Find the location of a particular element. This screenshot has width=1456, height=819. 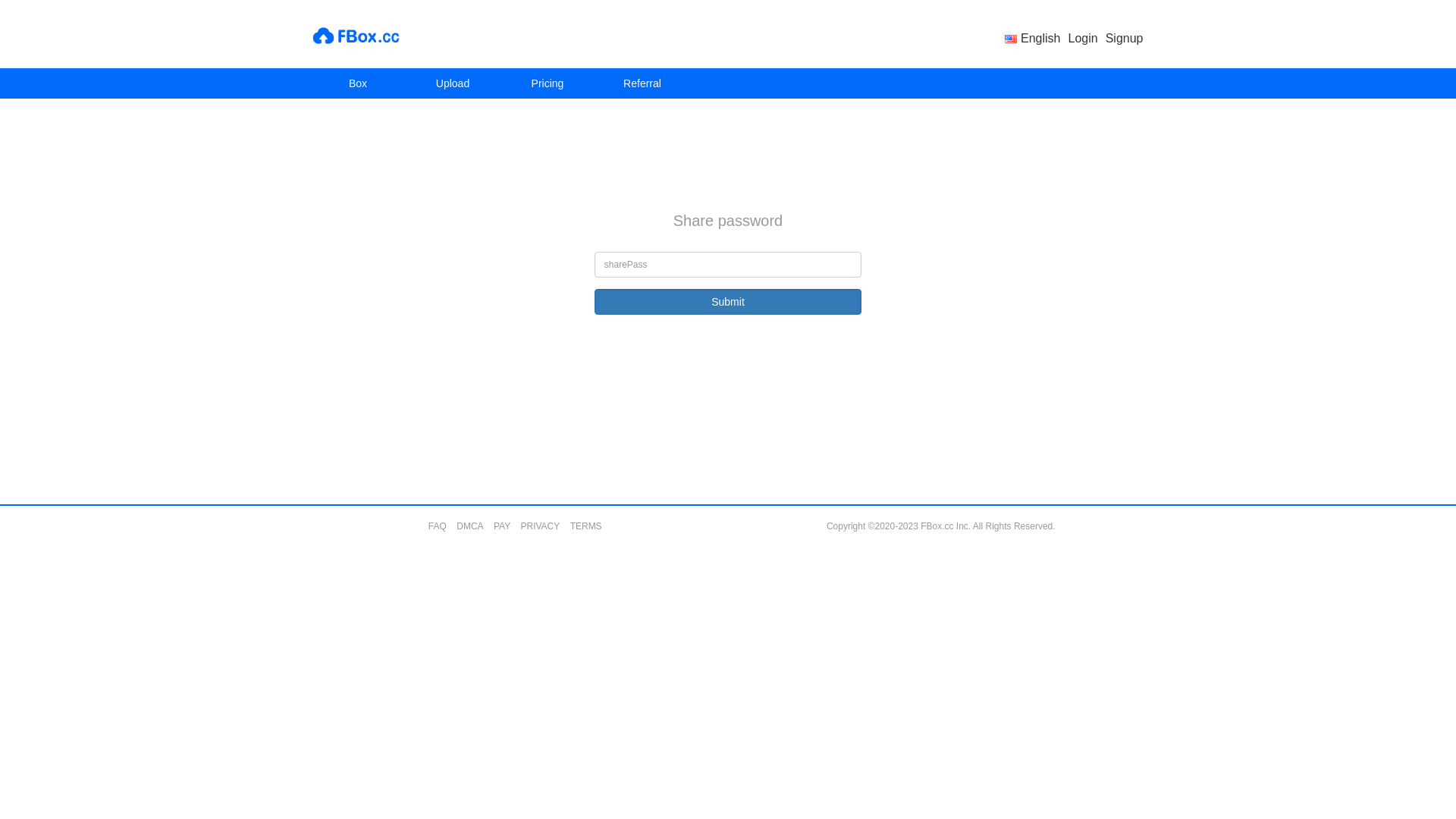

'Pricing' is located at coordinates (547, 83).